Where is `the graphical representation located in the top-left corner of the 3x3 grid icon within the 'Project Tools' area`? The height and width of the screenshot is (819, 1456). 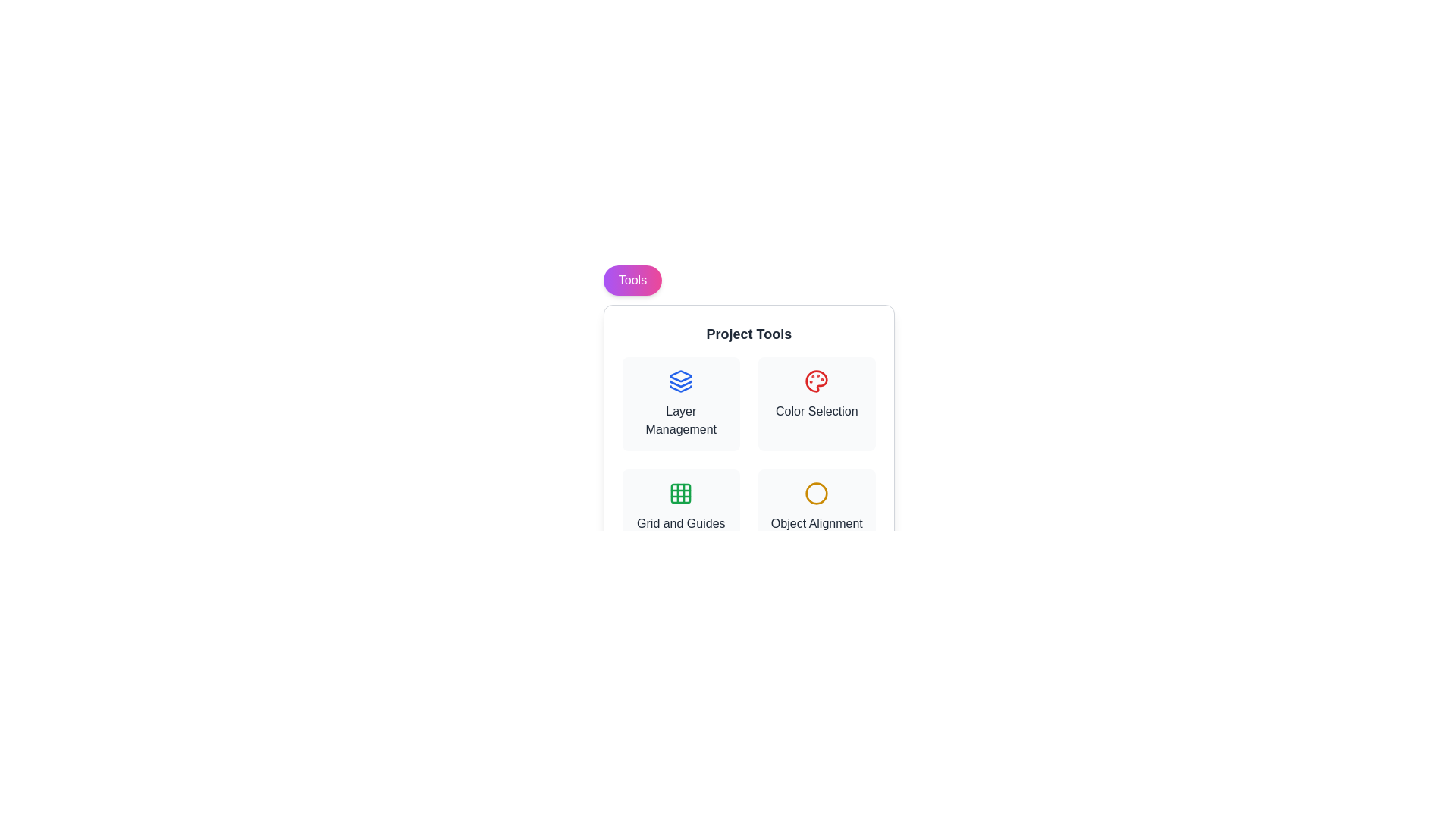
the graphical representation located in the top-left corner of the 3x3 grid icon within the 'Project Tools' area is located at coordinates (680, 494).